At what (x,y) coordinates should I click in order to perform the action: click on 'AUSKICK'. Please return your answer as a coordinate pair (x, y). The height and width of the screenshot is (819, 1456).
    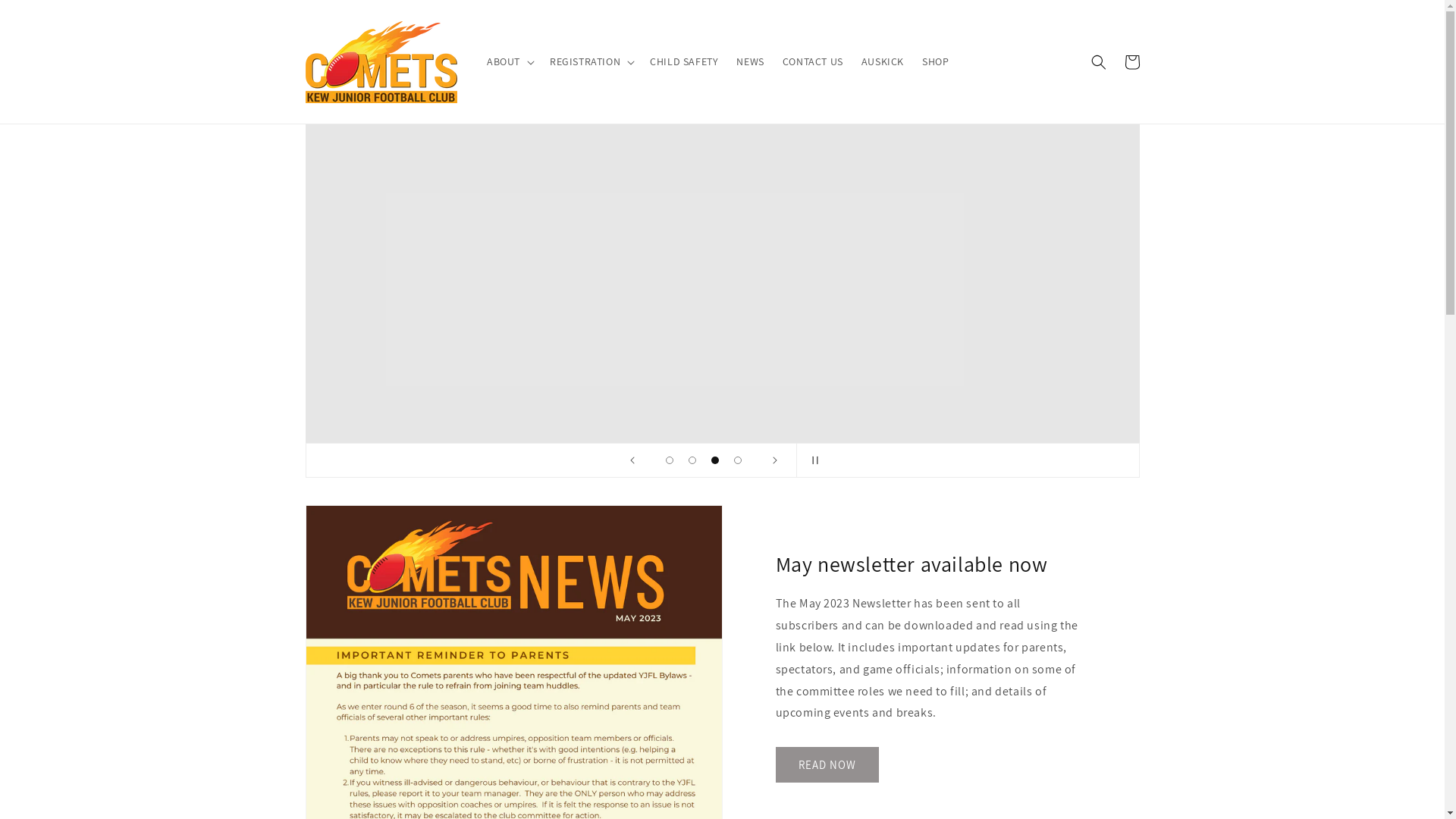
    Looking at the image, I should click on (882, 61).